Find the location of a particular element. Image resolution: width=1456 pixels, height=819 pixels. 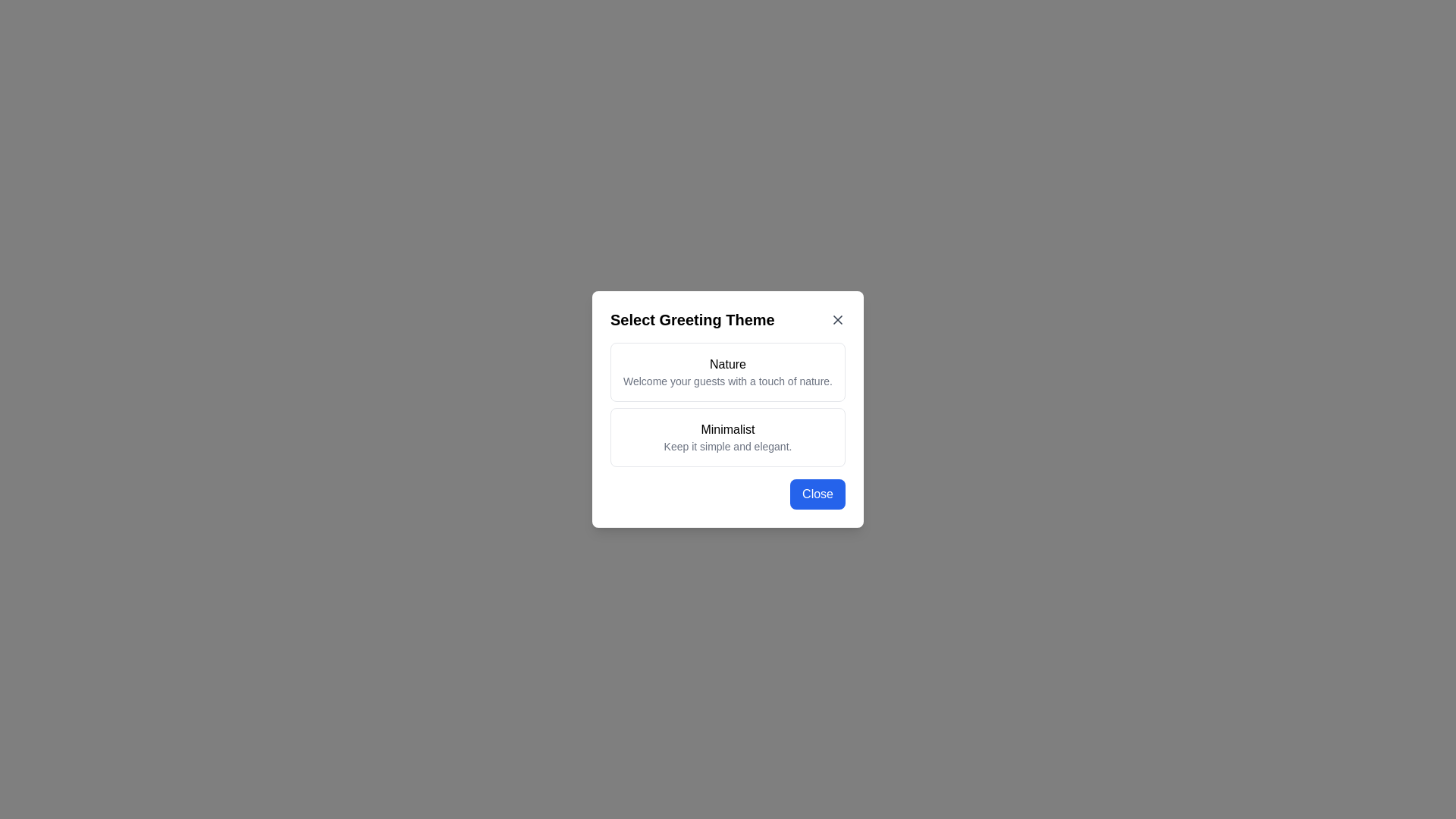

the 'Close' button with a blue background and white text located at the bottom-right corner of the 'Select Greeting Theme' modal is located at coordinates (817, 494).